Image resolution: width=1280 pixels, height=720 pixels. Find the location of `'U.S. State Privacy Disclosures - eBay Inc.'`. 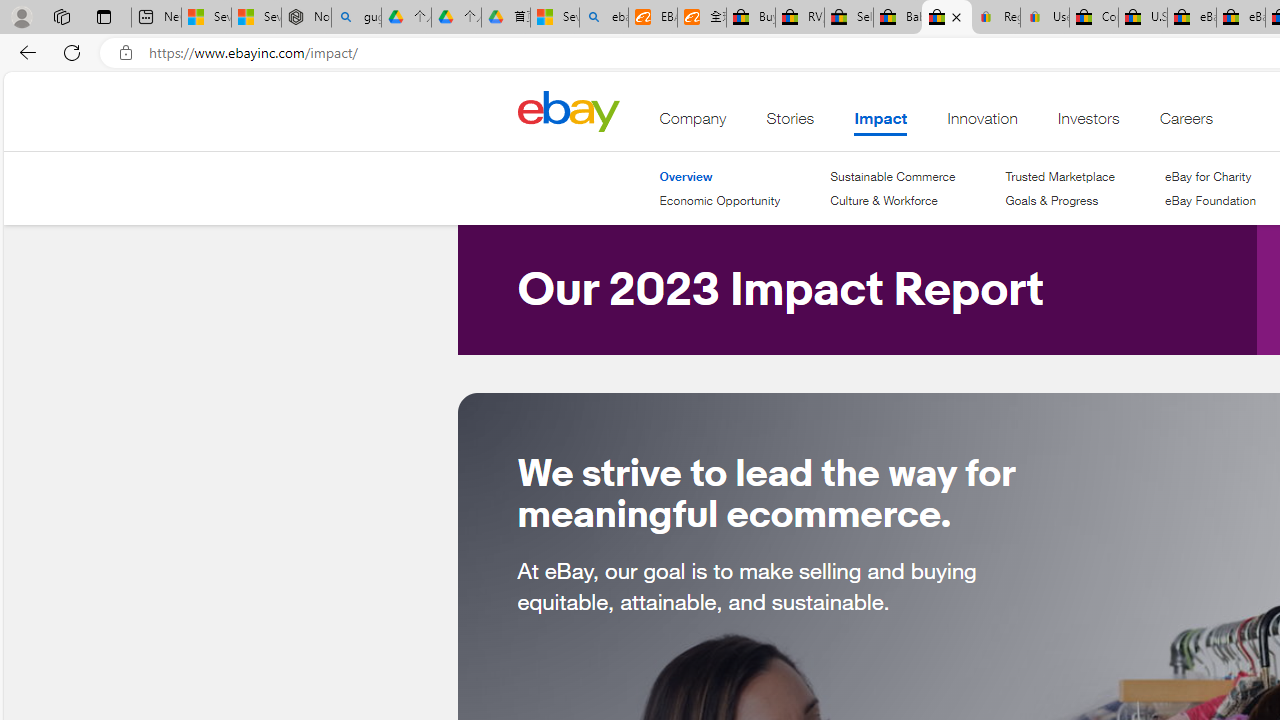

'U.S. State Privacy Disclosures - eBay Inc.' is located at coordinates (1143, 17).